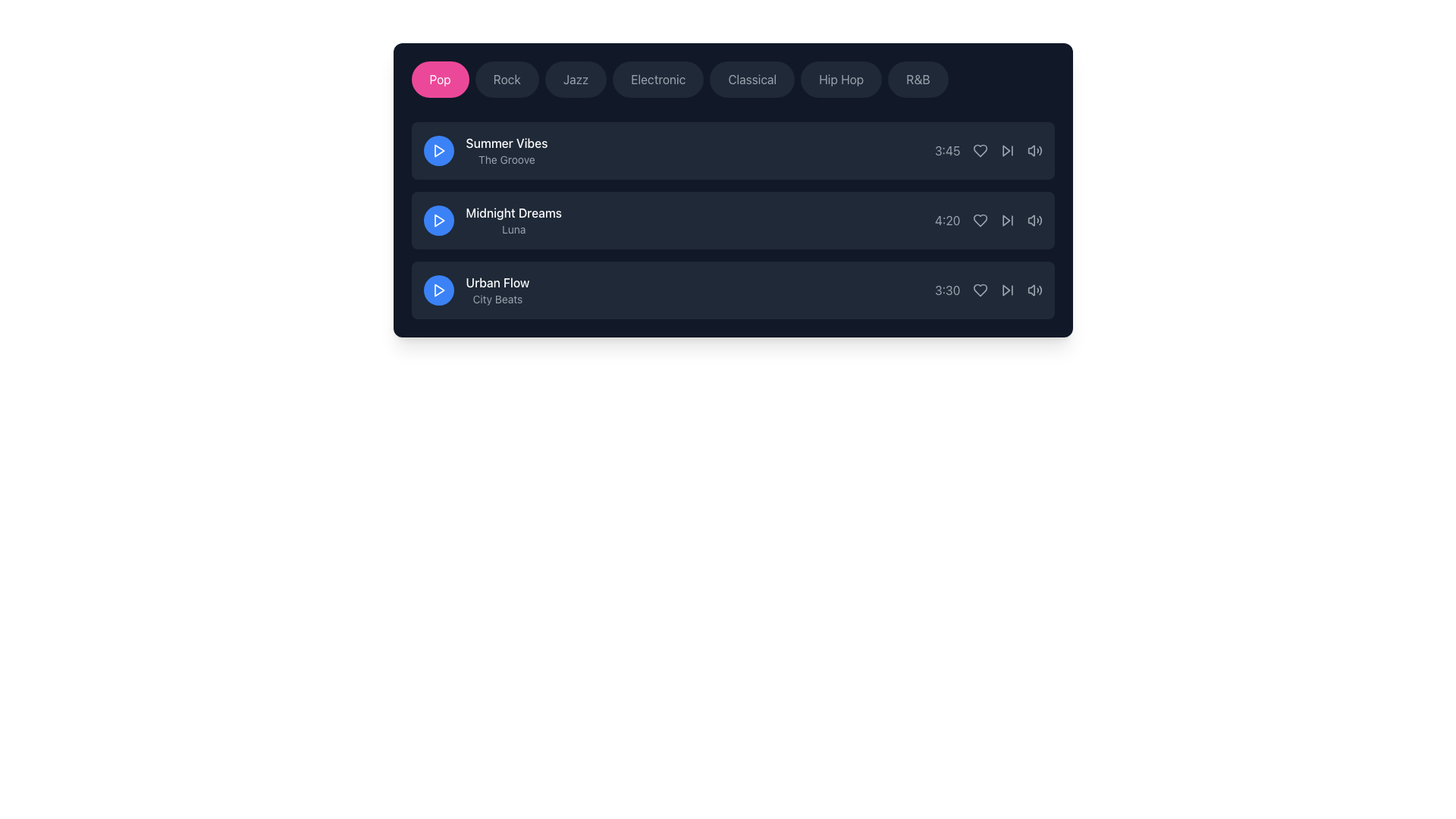 This screenshot has height=819, width=1456. Describe the element at coordinates (507, 79) in the screenshot. I see `the 'Rock' music genre button, which is the second button from the left in a scrollable bar of genre buttons` at that location.